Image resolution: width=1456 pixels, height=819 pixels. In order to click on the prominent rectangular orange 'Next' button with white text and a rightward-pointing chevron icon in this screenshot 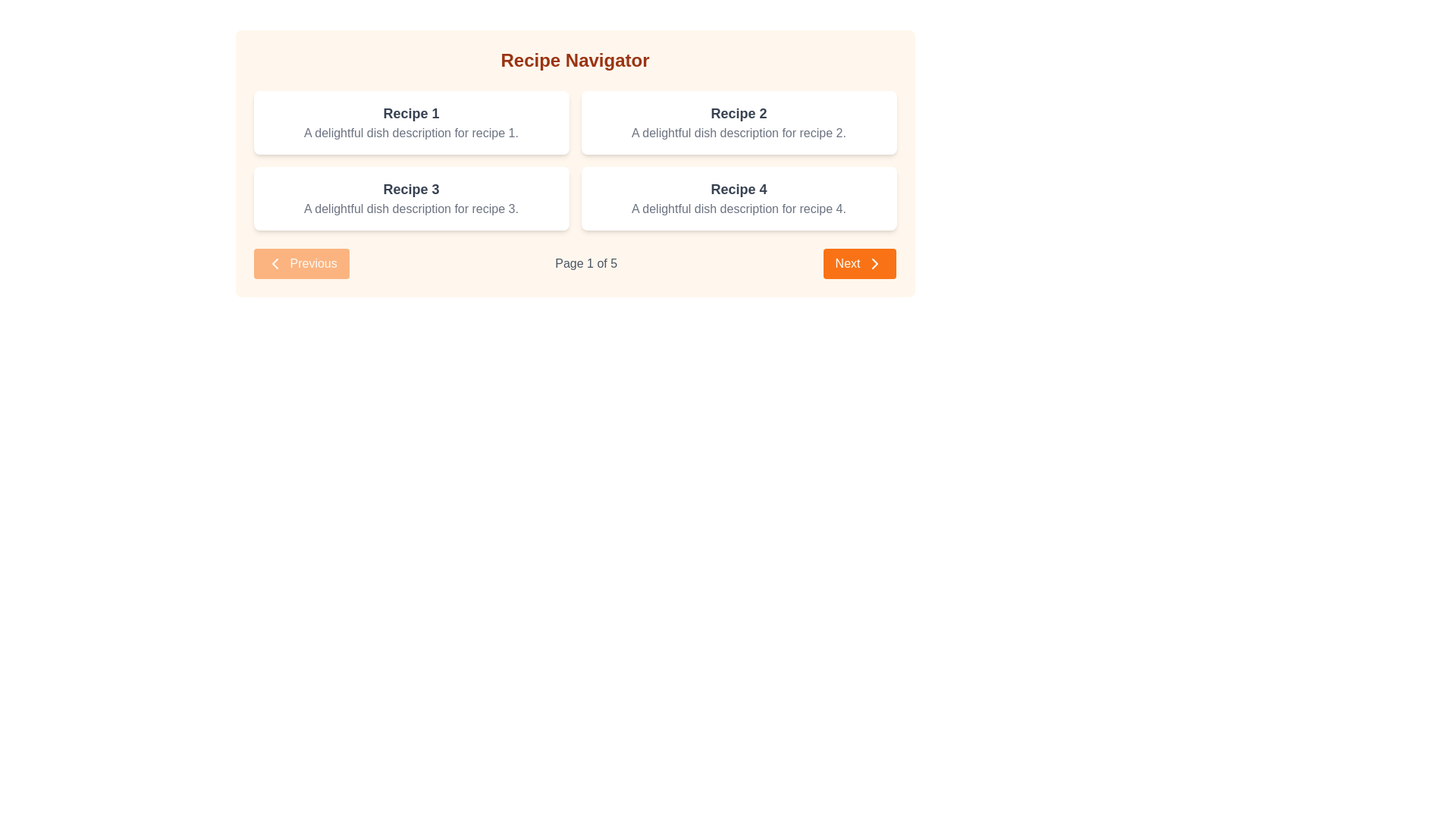, I will do `click(859, 262)`.